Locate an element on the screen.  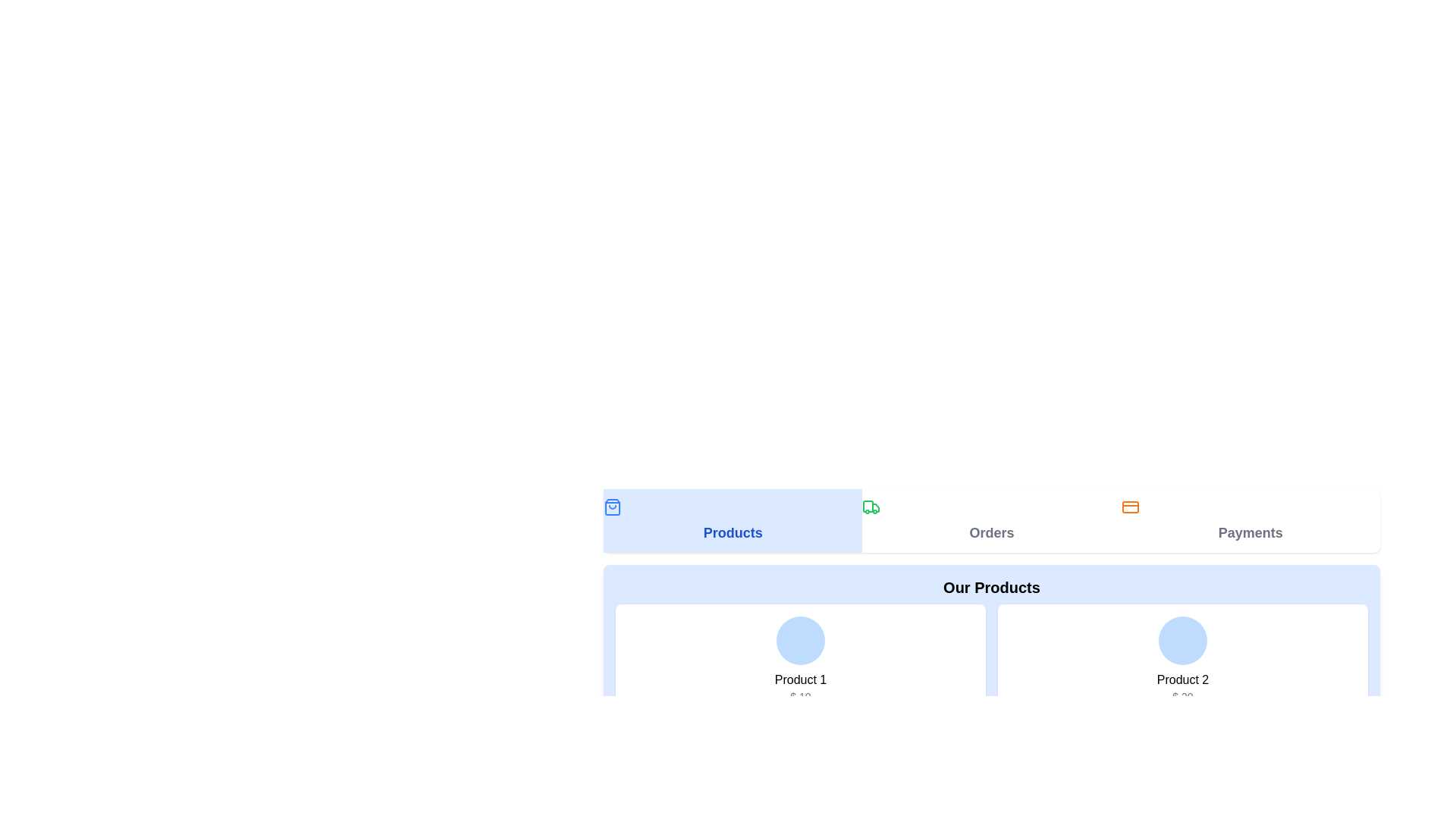
the 'Orders' section of the navigation bar is located at coordinates (992, 519).